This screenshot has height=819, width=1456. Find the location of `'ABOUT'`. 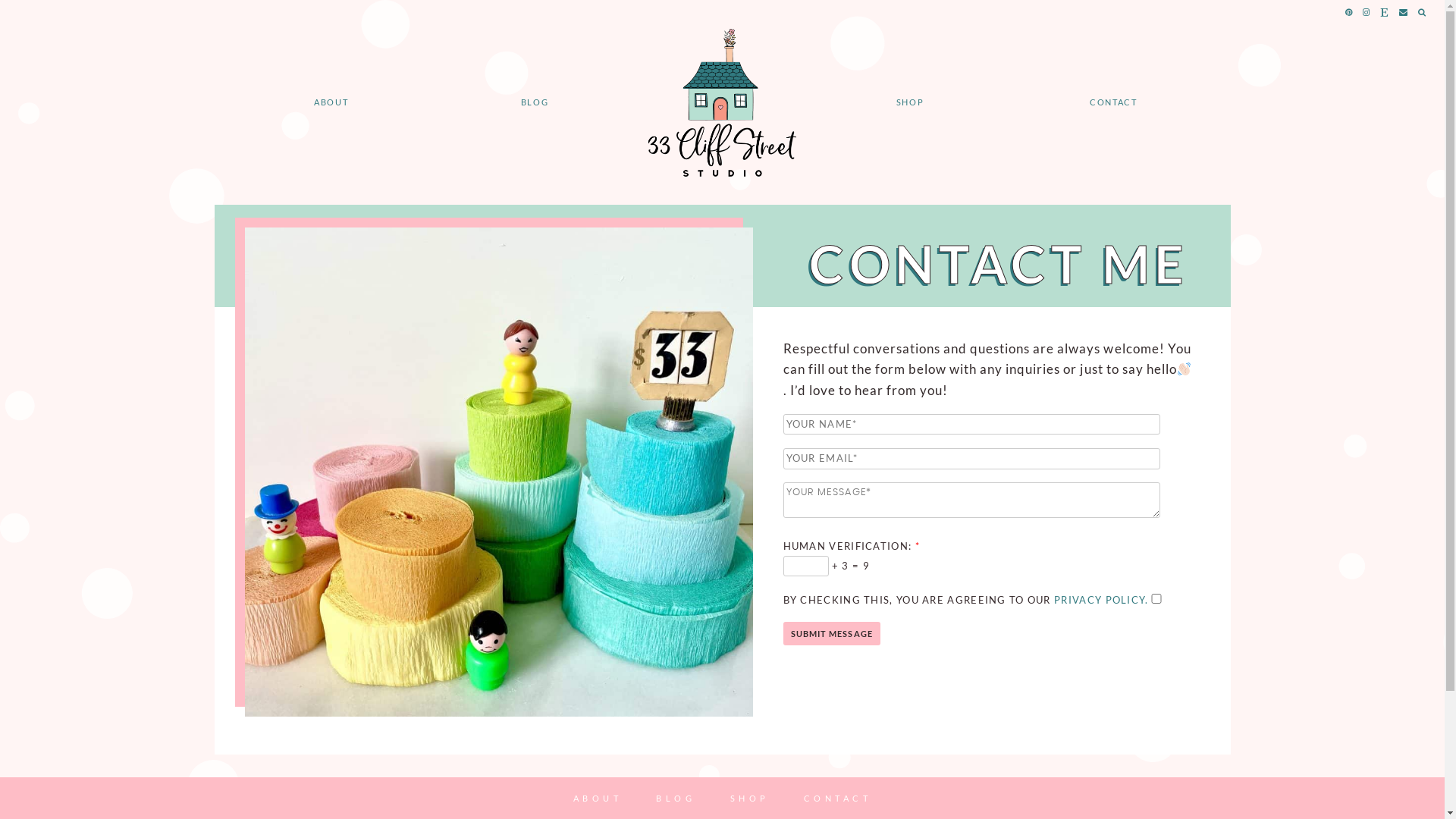

'ABOUT' is located at coordinates (330, 102).